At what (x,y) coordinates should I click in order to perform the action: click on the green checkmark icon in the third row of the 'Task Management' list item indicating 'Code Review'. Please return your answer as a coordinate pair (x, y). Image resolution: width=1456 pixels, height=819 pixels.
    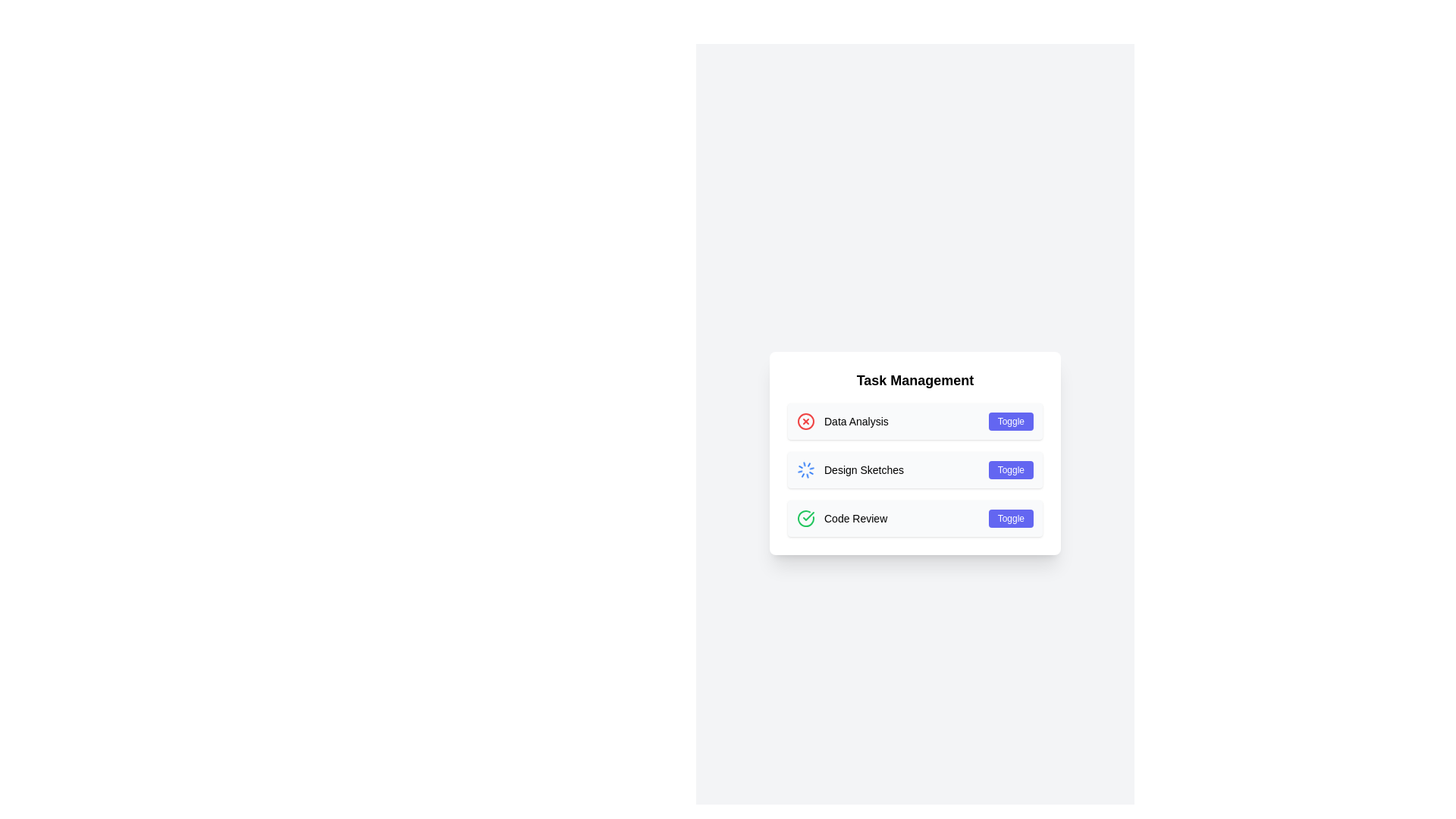
    Looking at the image, I should click on (841, 517).